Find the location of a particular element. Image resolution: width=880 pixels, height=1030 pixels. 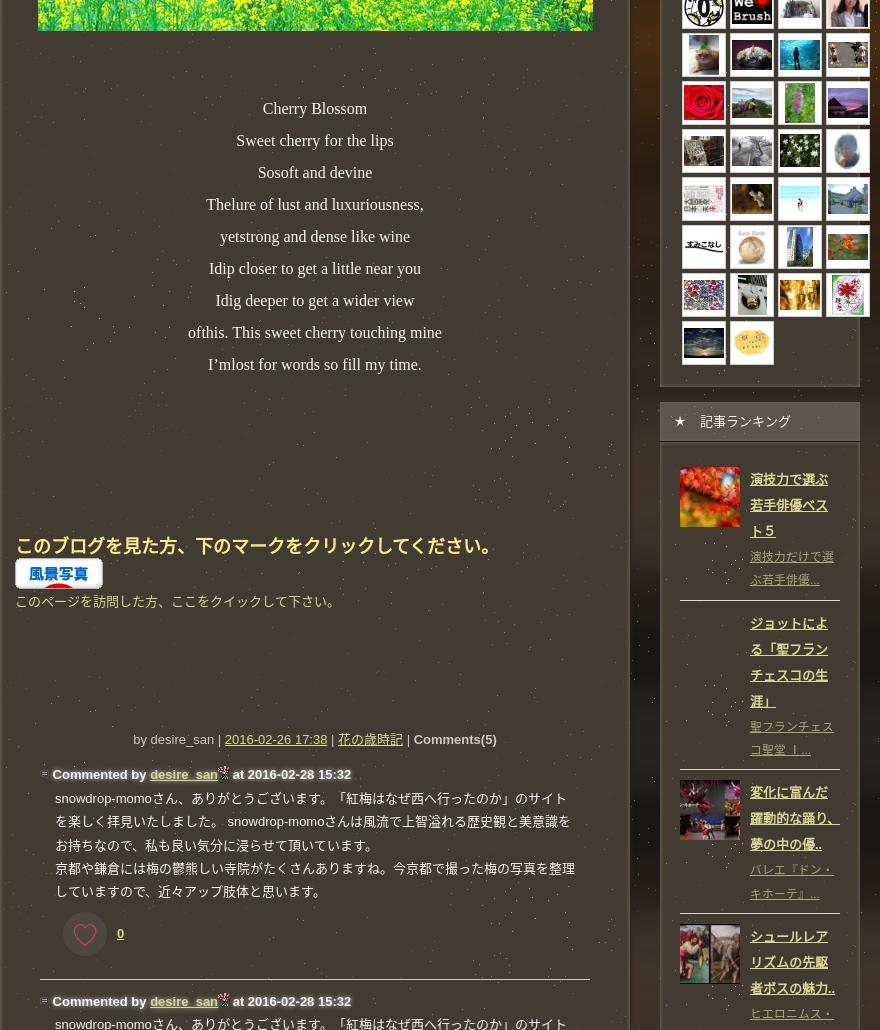

'2016-02-26 17:38' is located at coordinates (275, 739).